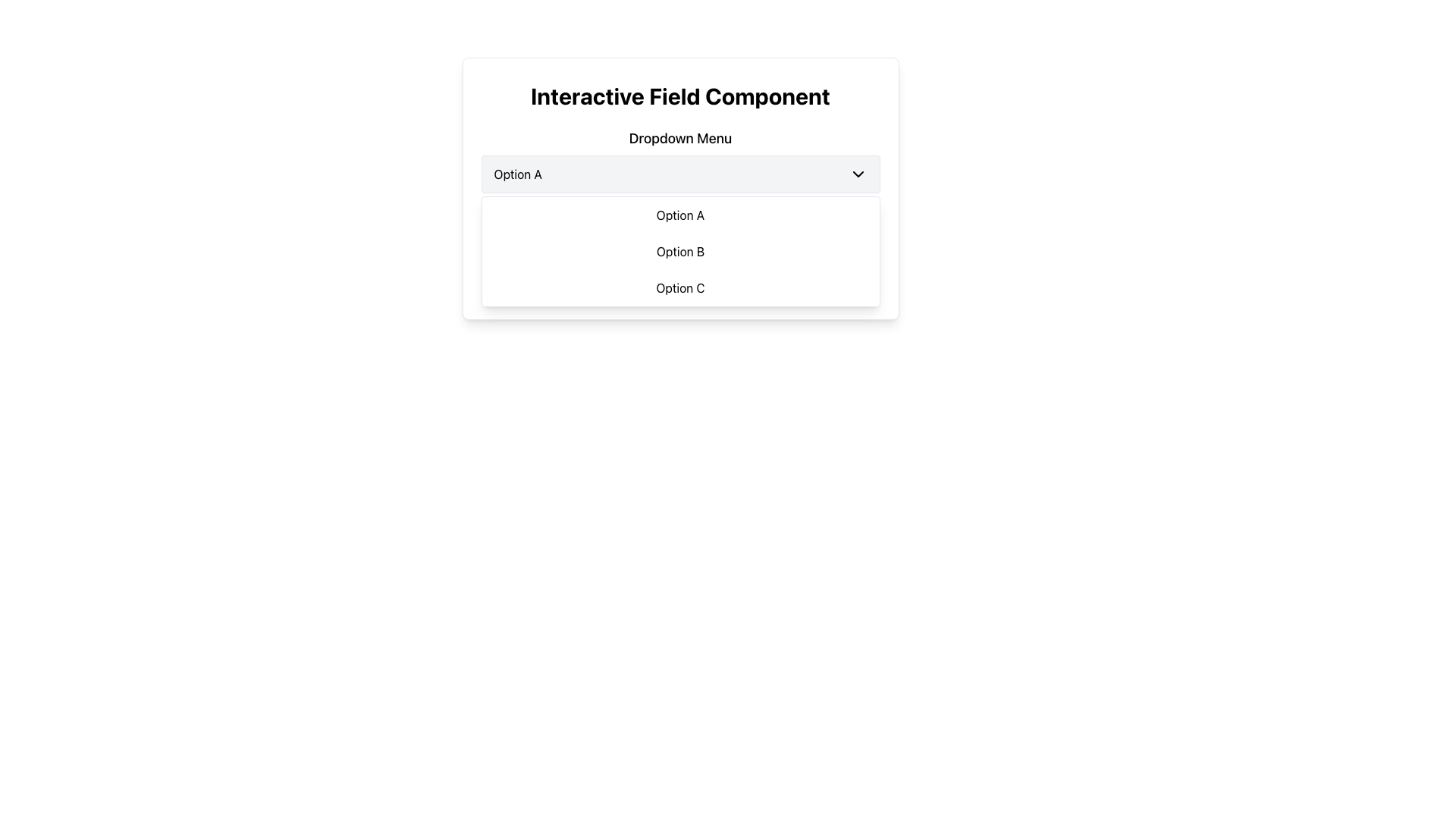 This screenshot has height=819, width=1456. Describe the element at coordinates (679, 161) in the screenshot. I see `the dropdown menu located below the 'Dropdown Menu' title` at that location.